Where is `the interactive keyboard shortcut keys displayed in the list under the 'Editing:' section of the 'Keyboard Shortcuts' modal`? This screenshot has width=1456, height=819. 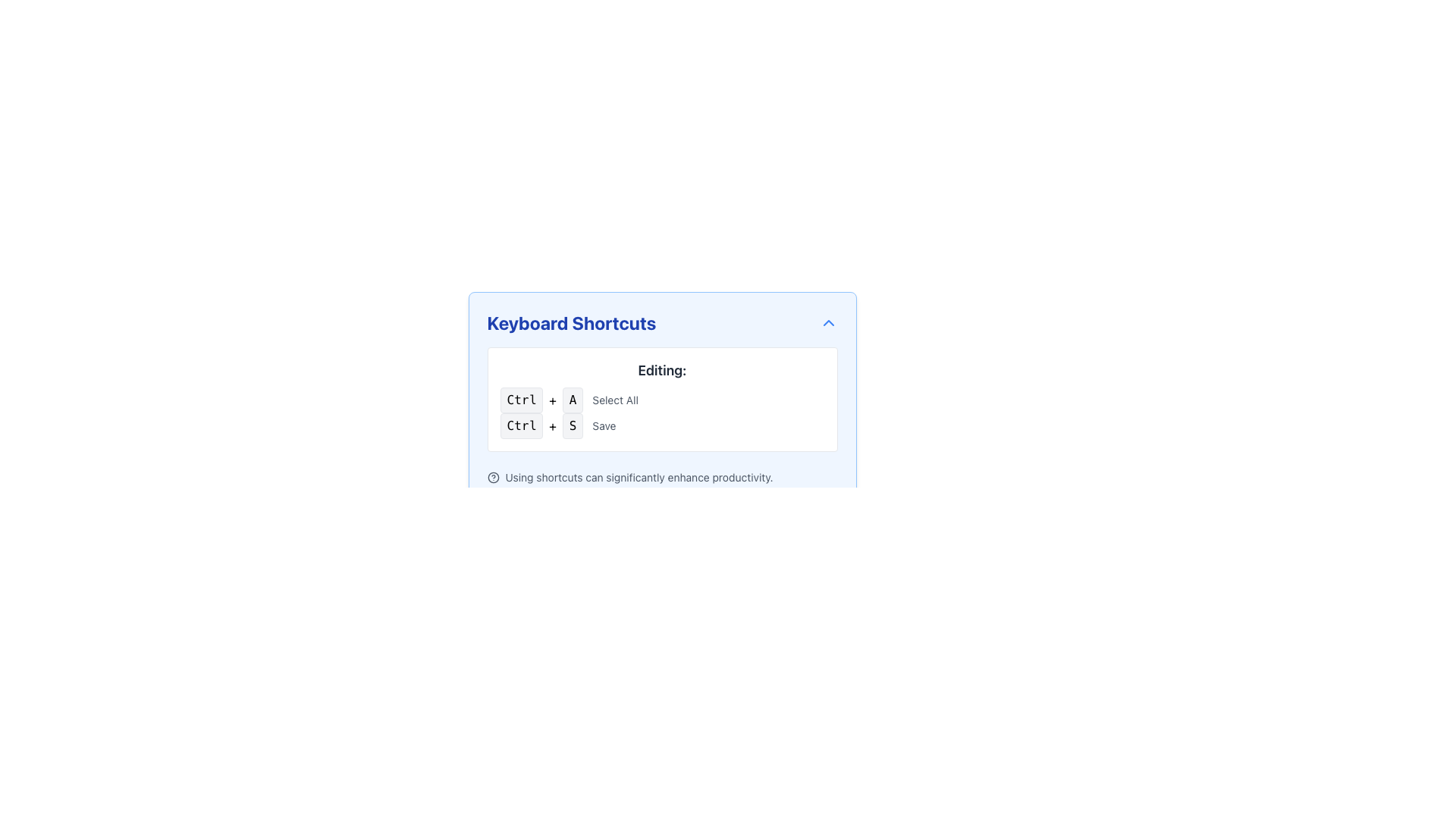 the interactive keyboard shortcut keys displayed in the list under the 'Editing:' section of the 'Keyboard Shortcuts' modal is located at coordinates (662, 413).